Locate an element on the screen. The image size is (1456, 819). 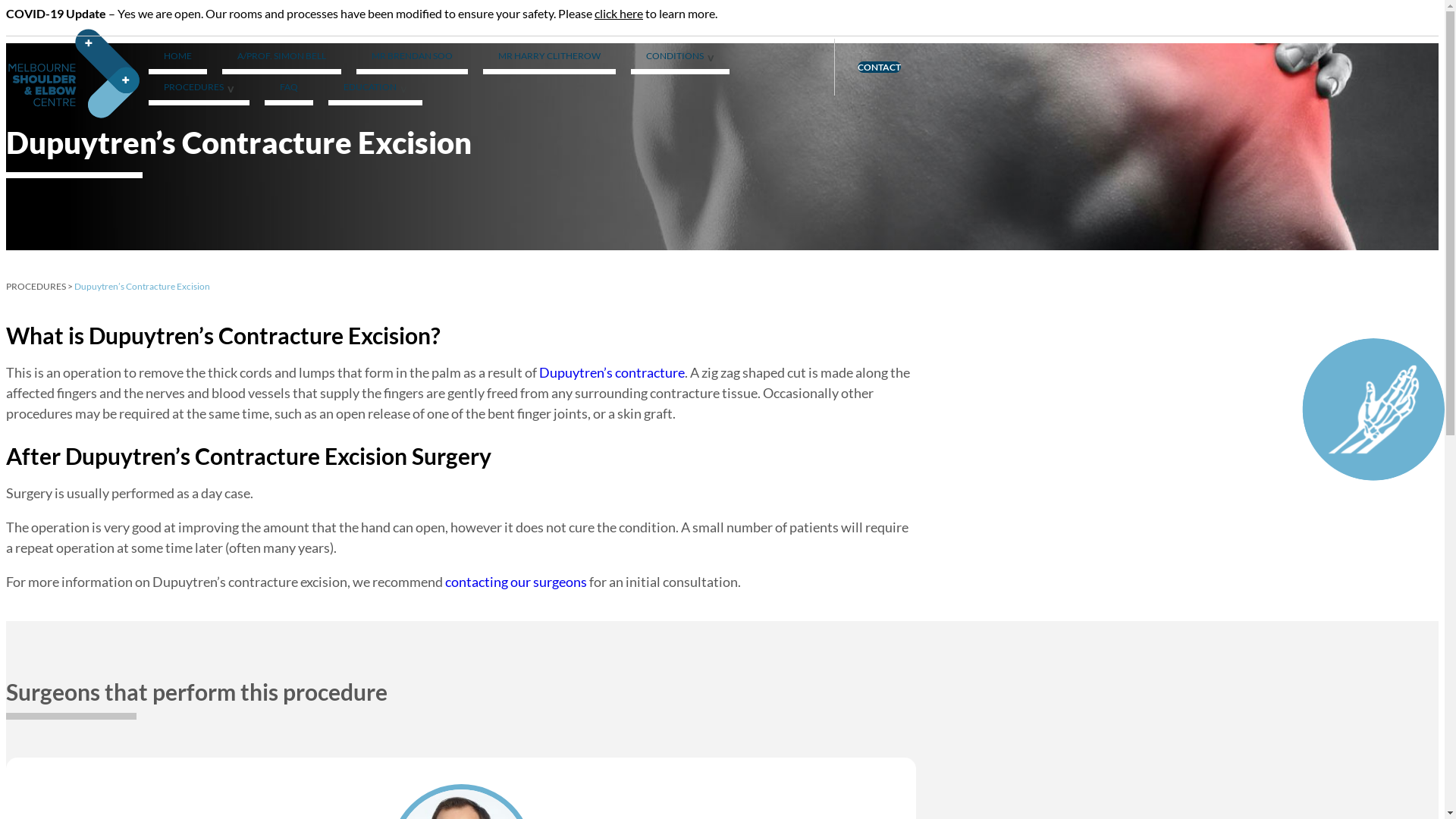
'CONTACT' is located at coordinates (879, 66).